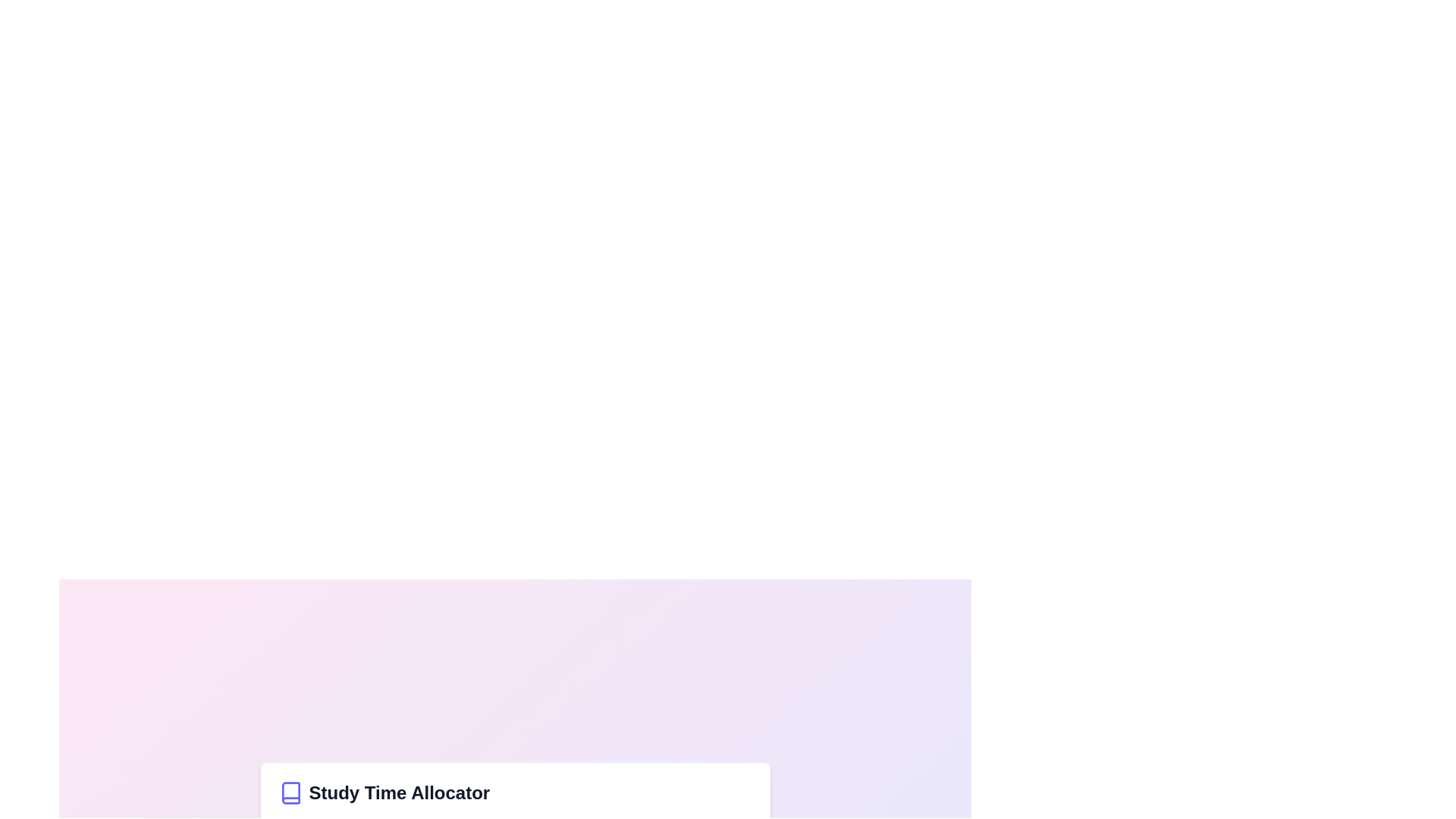 The height and width of the screenshot is (819, 1456). Describe the element at coordinates (515, 792) in the screenshot. I see `the title and description of the component` at that location.